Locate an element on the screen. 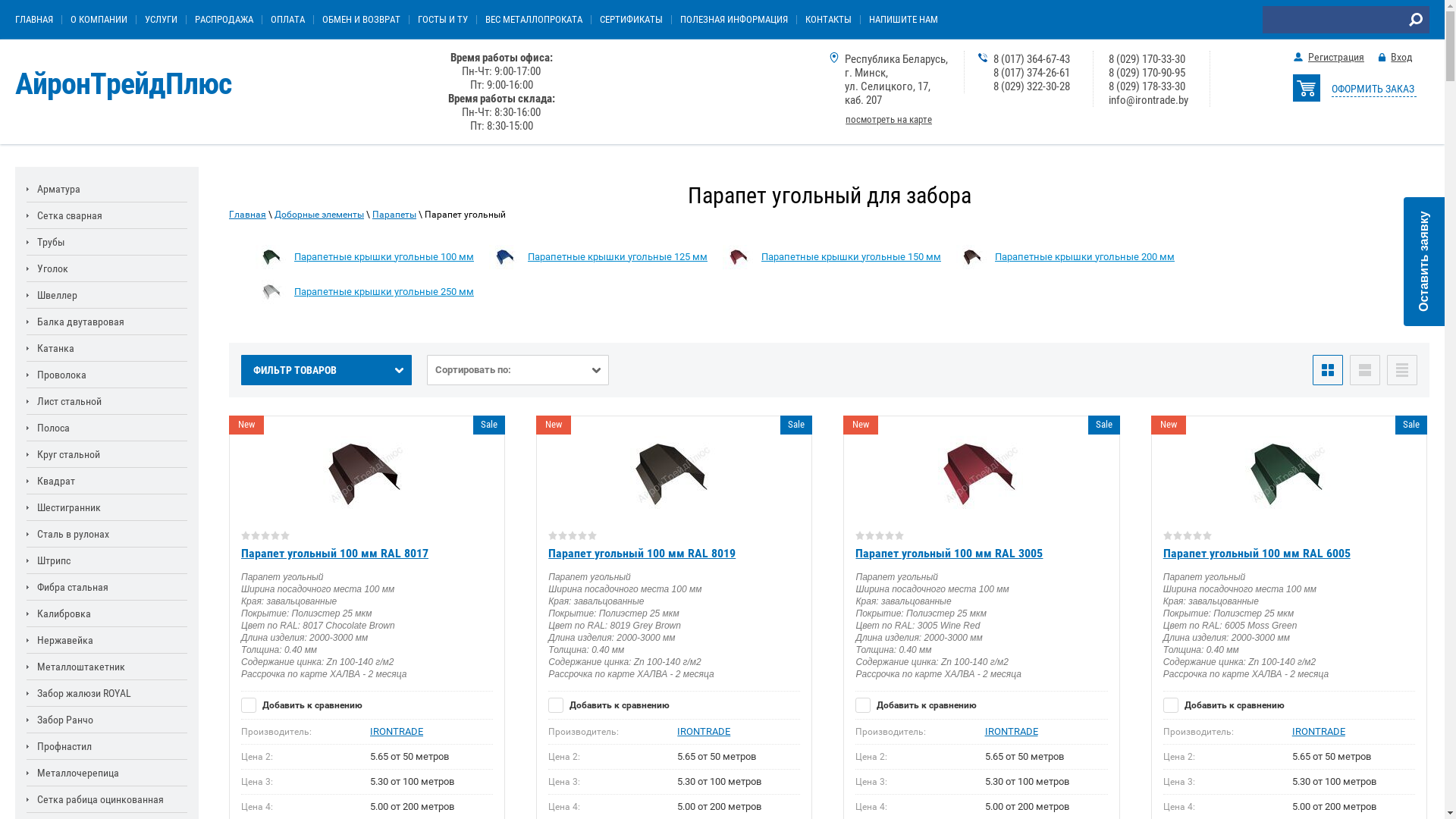  '8 (029) 170-90-95' is located at coordinates (1147, 73).